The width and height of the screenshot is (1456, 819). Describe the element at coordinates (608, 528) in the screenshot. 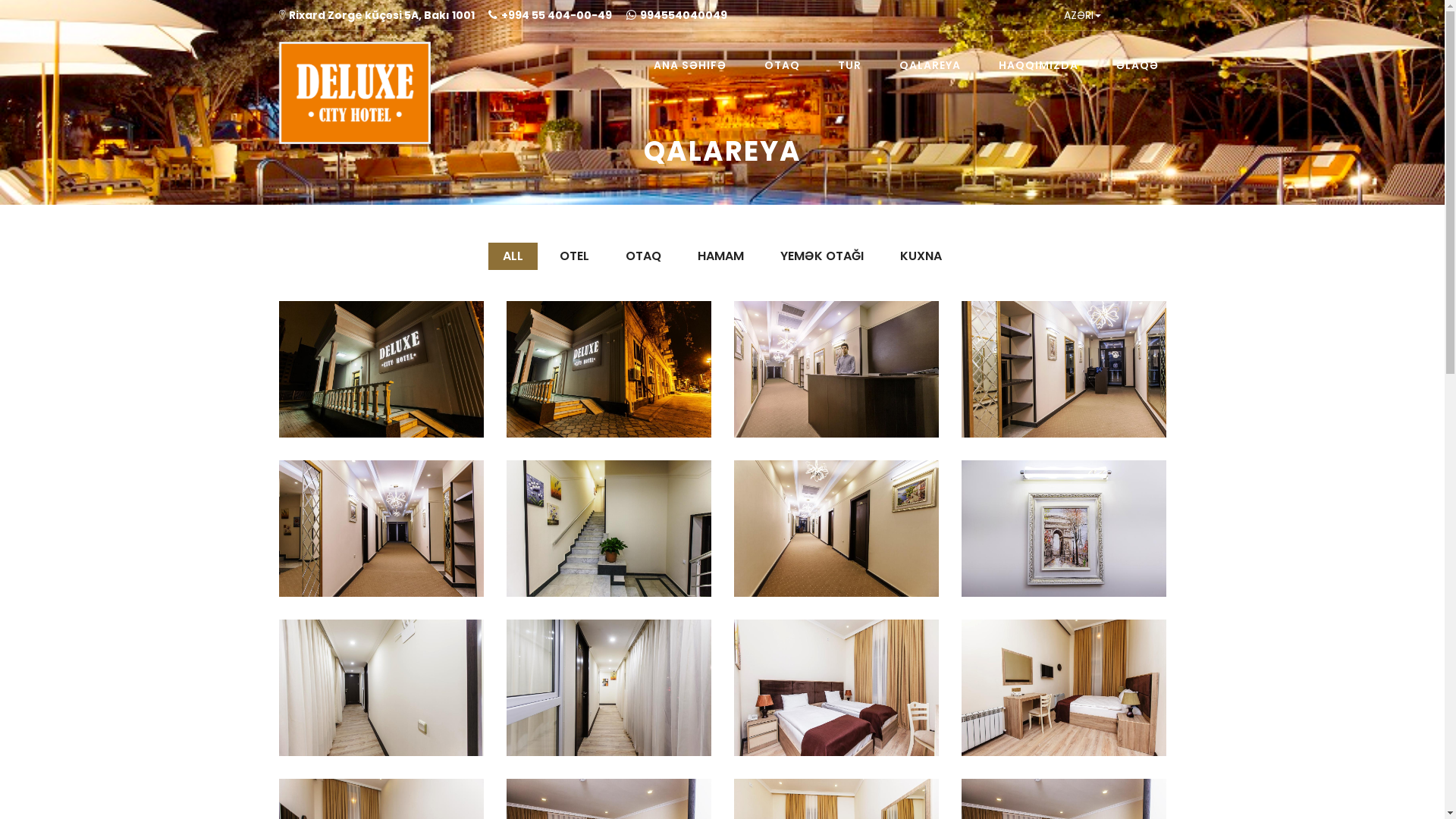

I see `'Otel'` at that location.